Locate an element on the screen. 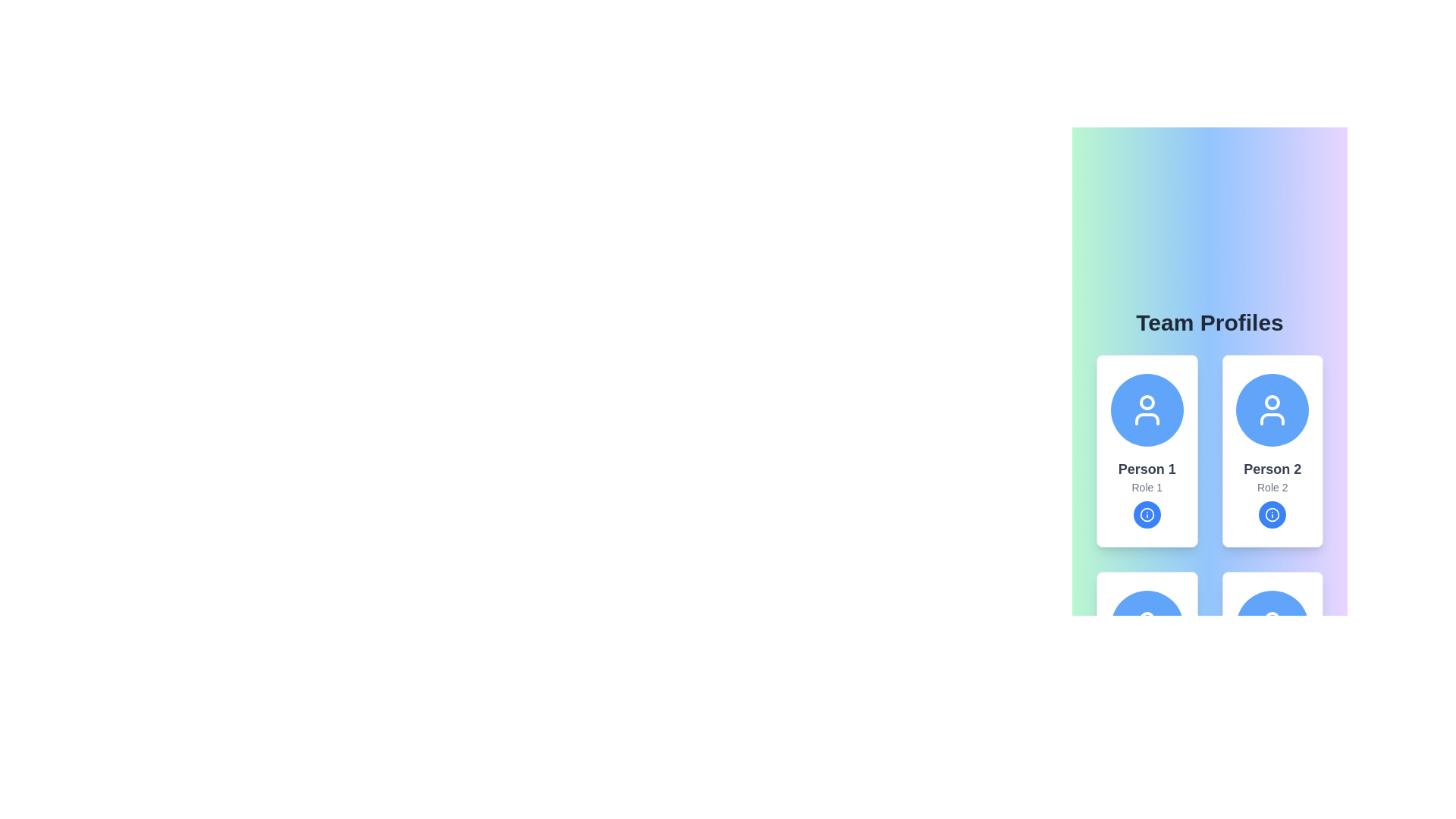 The width and height of the screenshot is (1456, 819). the Profile Avatar representing 'Person 2' located at the top-center of the second card in the 'Team Profiles' section is located at coordinates (1272, 409).